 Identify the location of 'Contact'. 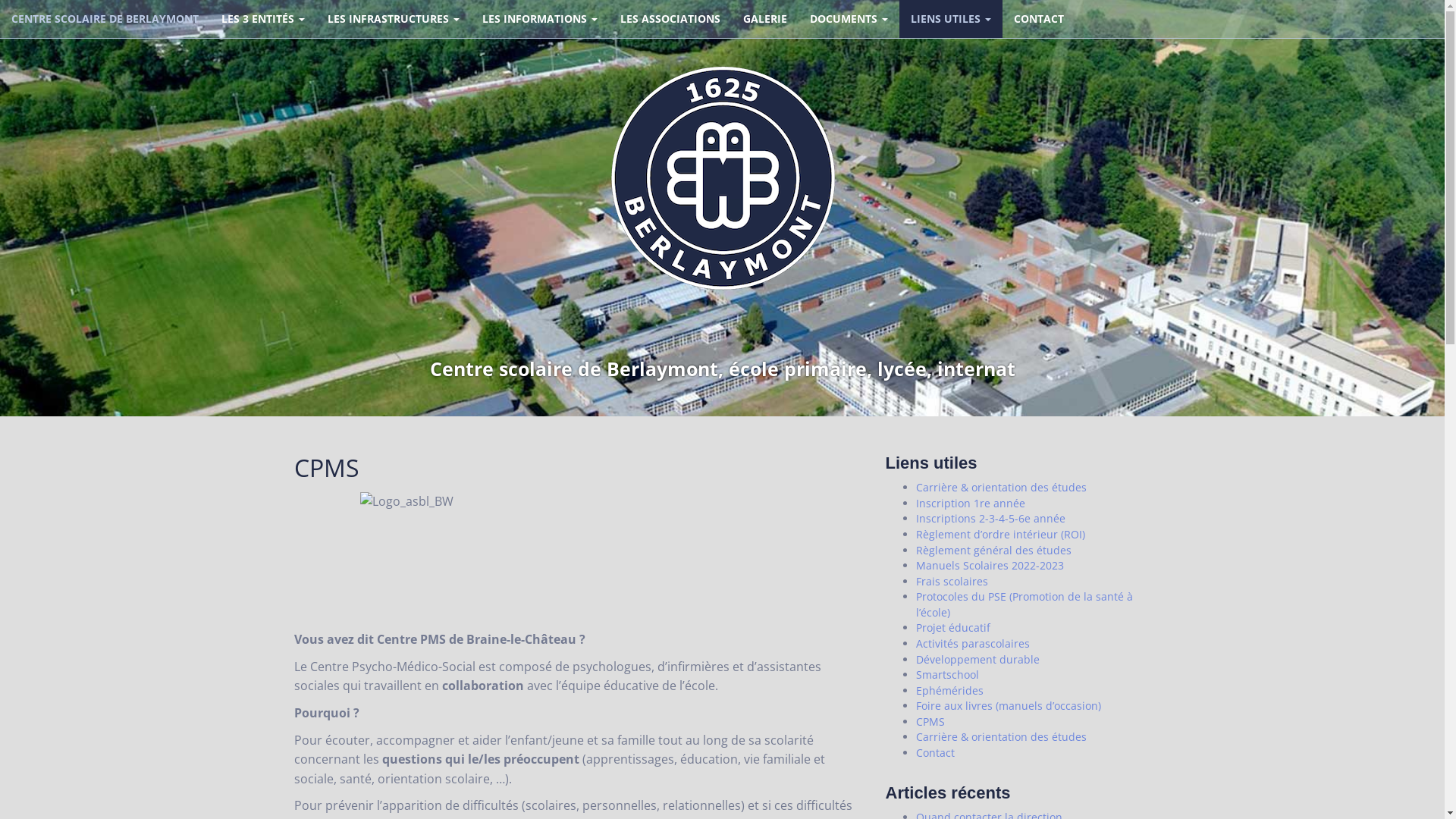
(915, 752).